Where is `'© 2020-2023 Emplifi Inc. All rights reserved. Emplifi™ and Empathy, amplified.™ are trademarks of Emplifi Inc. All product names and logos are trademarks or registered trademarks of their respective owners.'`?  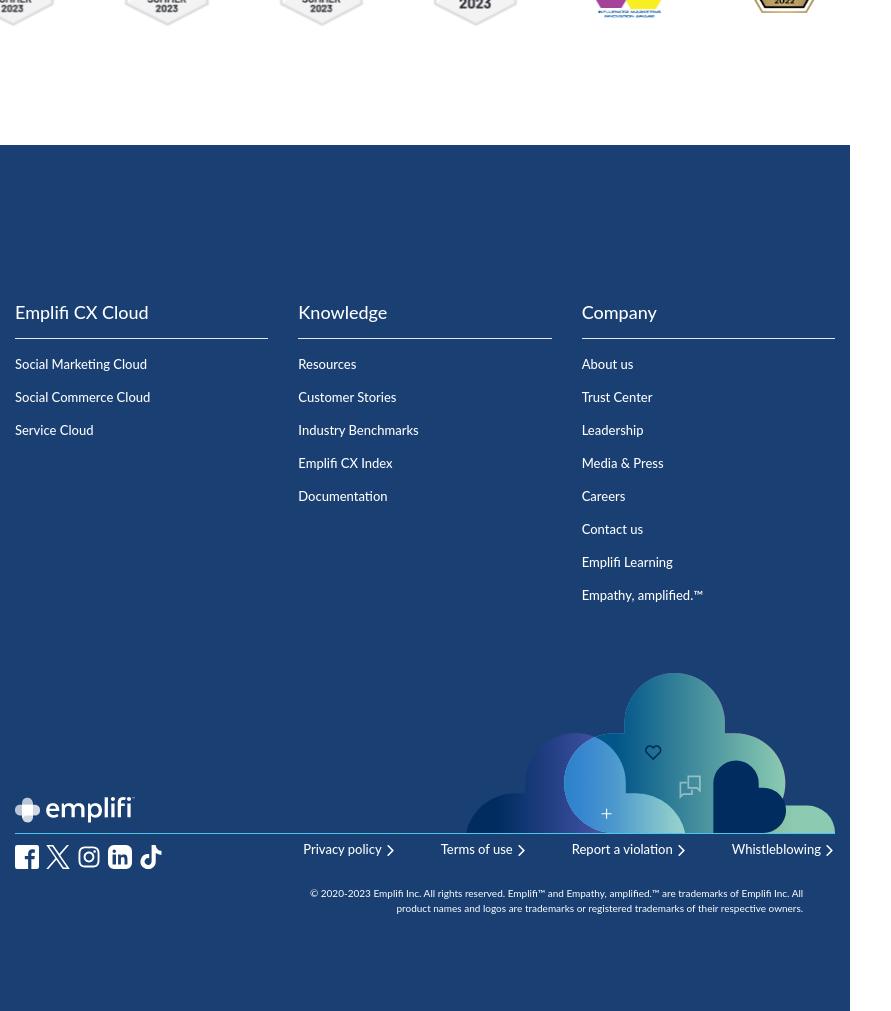 '© 2020-2023 Emplifi Inc. All rights reserved. Emplifi™ and Empathy, amplified.™ are trademarks of Emplifi Inc. All product names and logos are trademarks or registered trademarks of their respective owners.' is located at coordinates (555, 901).